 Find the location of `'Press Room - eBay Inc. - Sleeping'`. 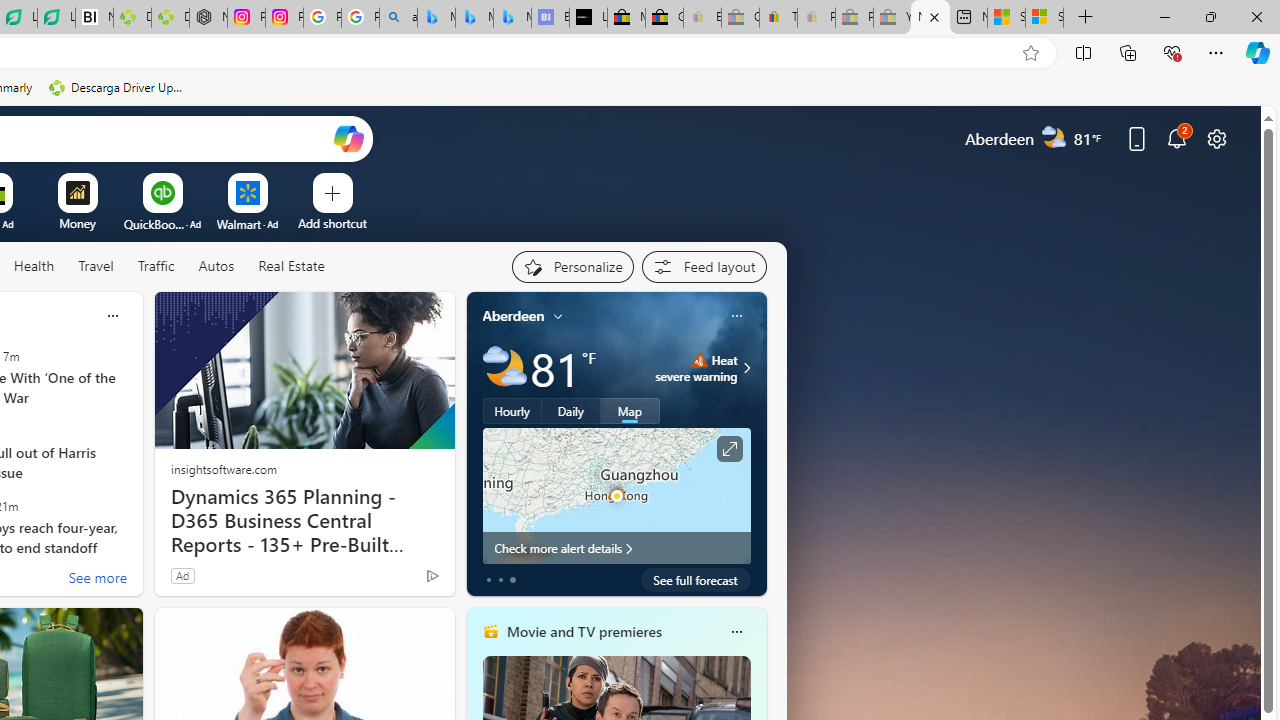

'Press Room - eBay Inc. - Sleeping' is located at coordinates (854, 17).